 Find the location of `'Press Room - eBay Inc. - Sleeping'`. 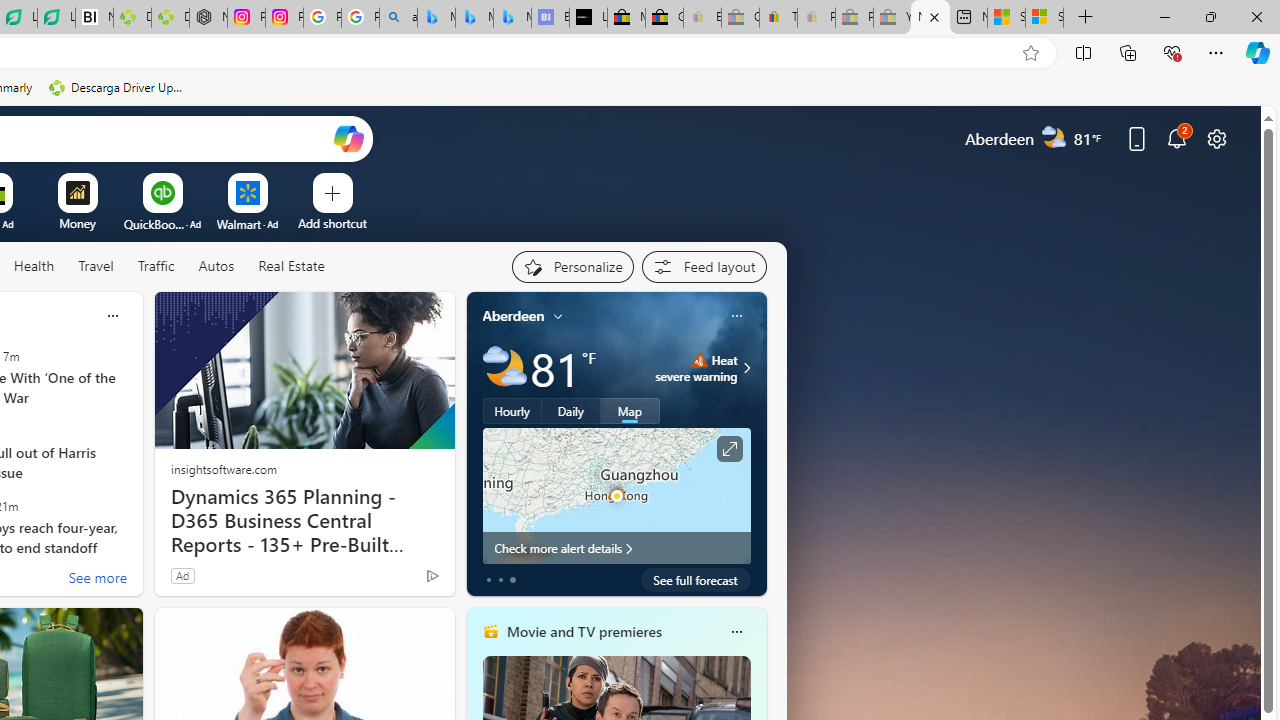

'Press Room - eBay Inc. - Sleeping' is located at coordinates (854, 17).